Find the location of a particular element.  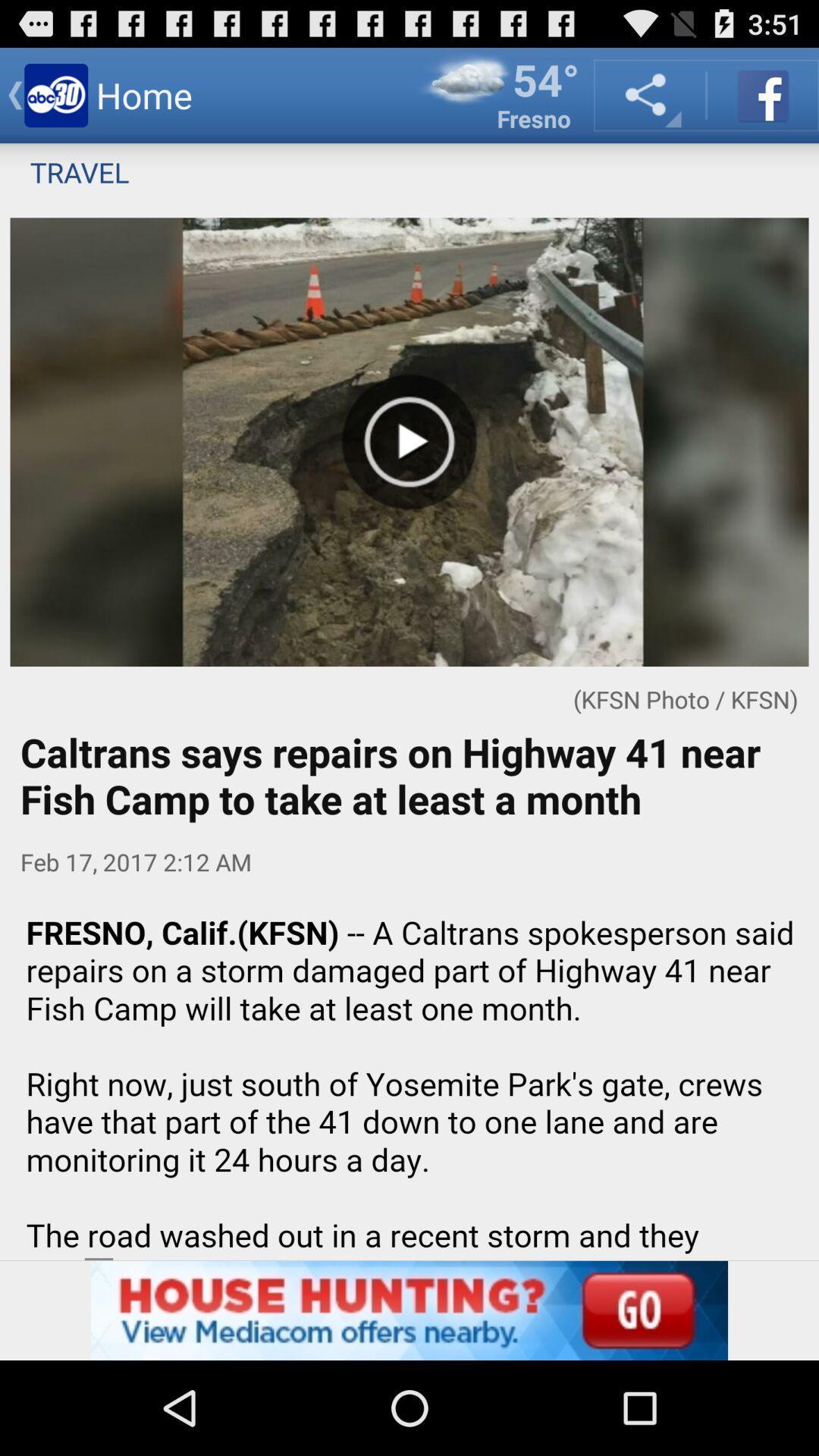

advertisement is located at coordinates (409, 1310).